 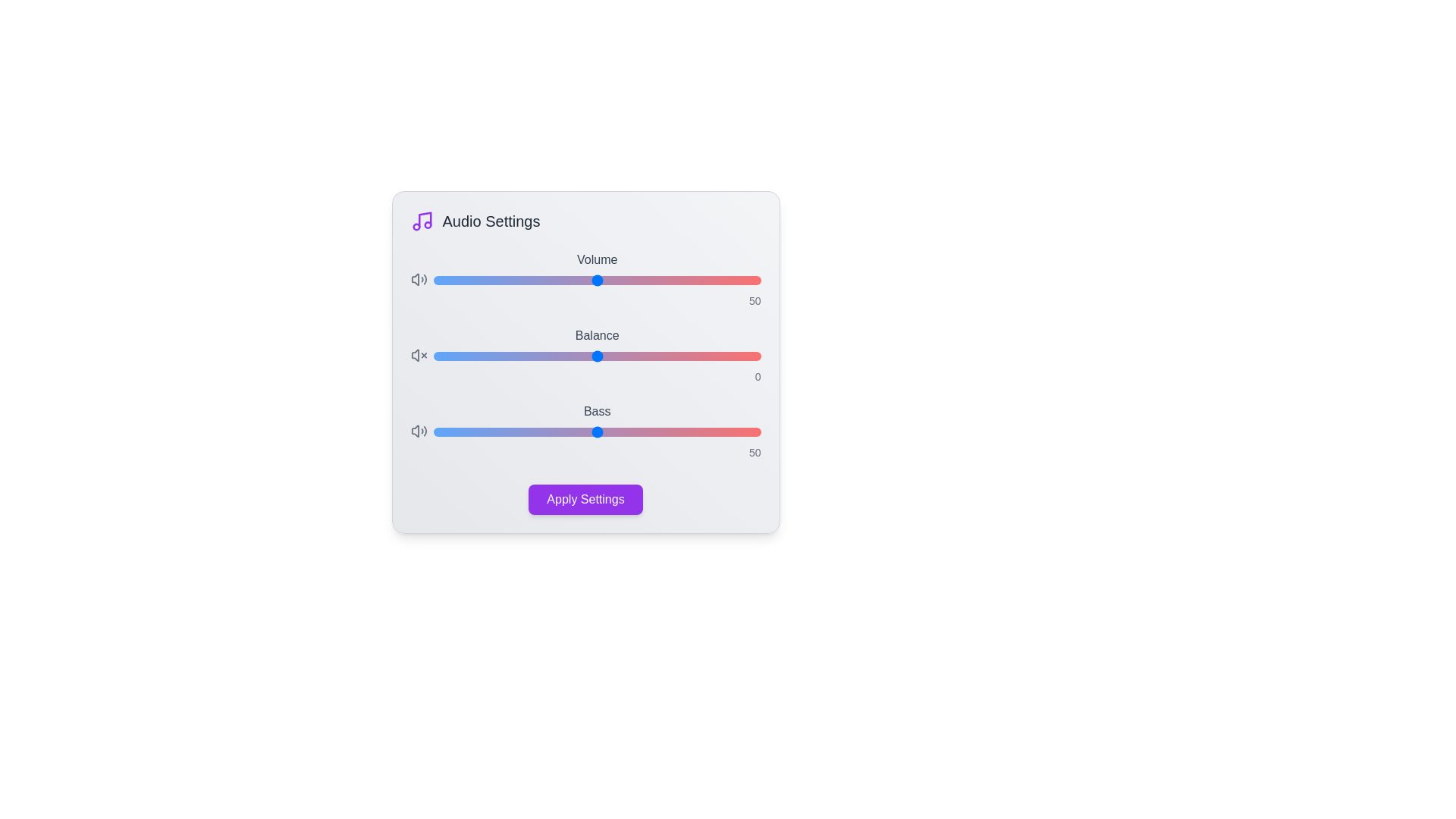 I want to click on the 'Bass' slider to 35, so click(x=547, y=432).